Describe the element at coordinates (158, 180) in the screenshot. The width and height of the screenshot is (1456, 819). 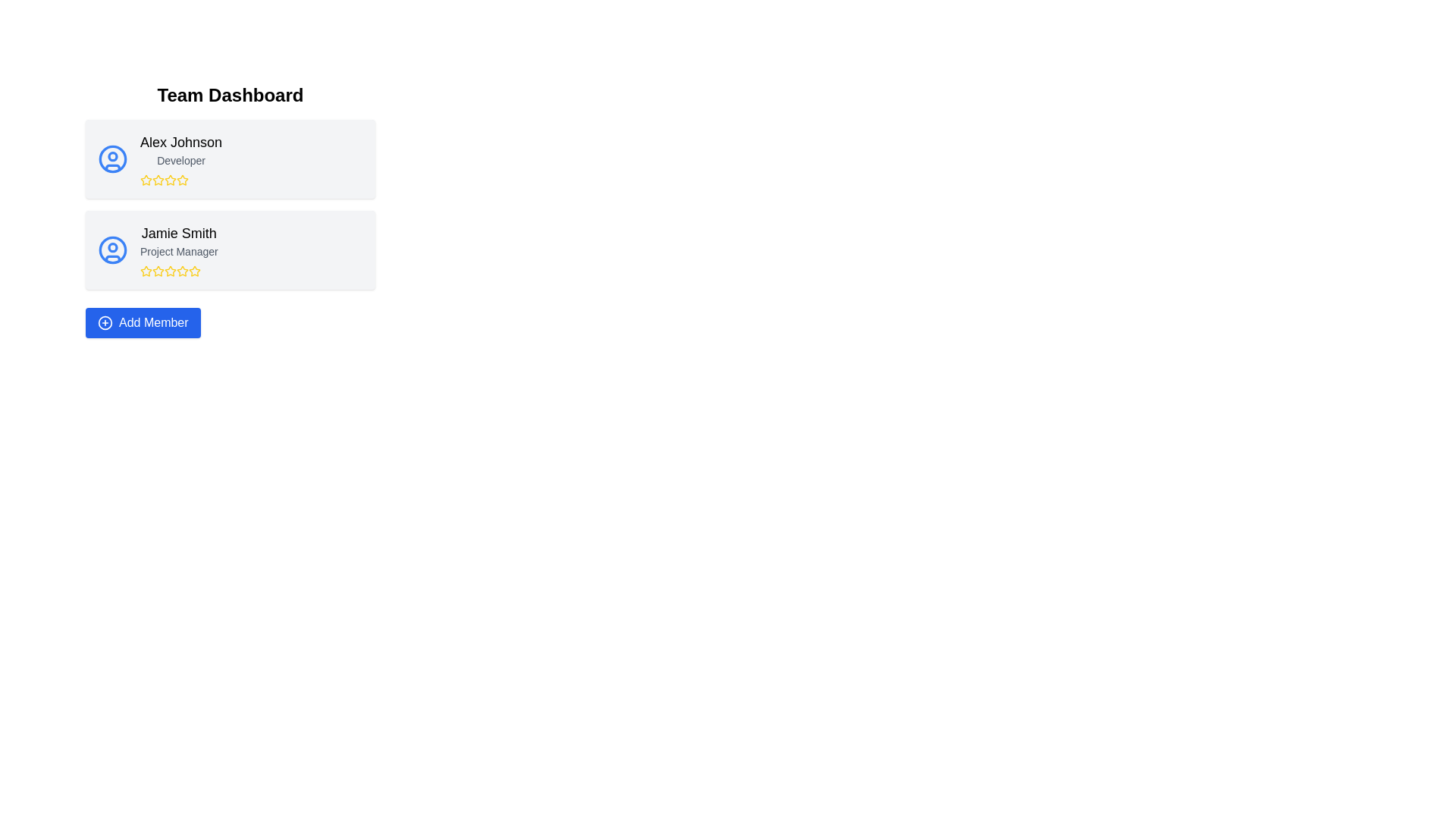
I see `the third yellow outlined star icon in the rating system under 'Alex Johnson' and 'Developer' in the 'Team Dashboard' section` at that location.